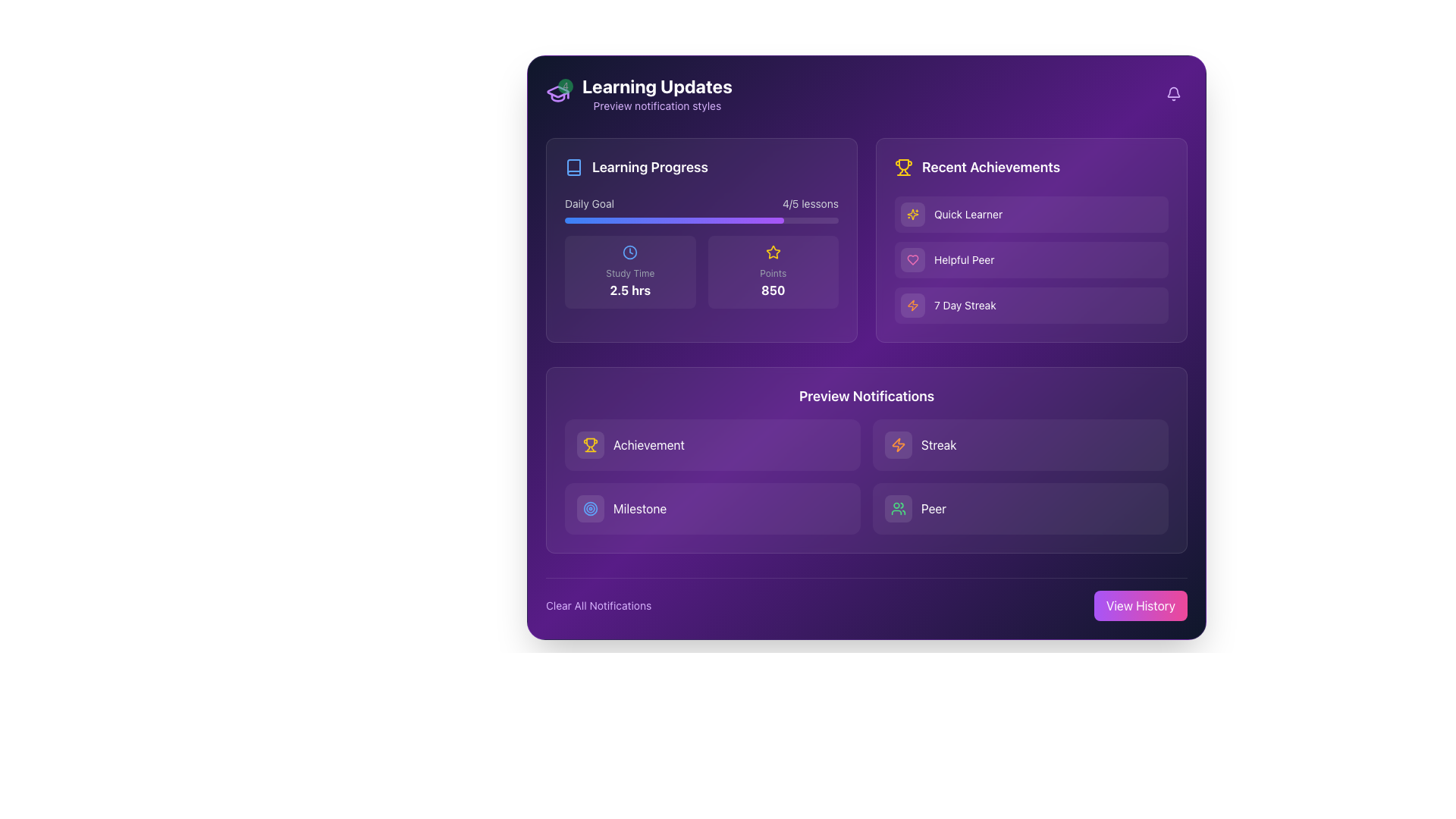 This screenshot has height=819, width=1456. I want to click on the circular outline of the clock icon located in the 'Study Time' section of the 'Learning Progress' box in the upper-left area of the interface, so click(630, 251).